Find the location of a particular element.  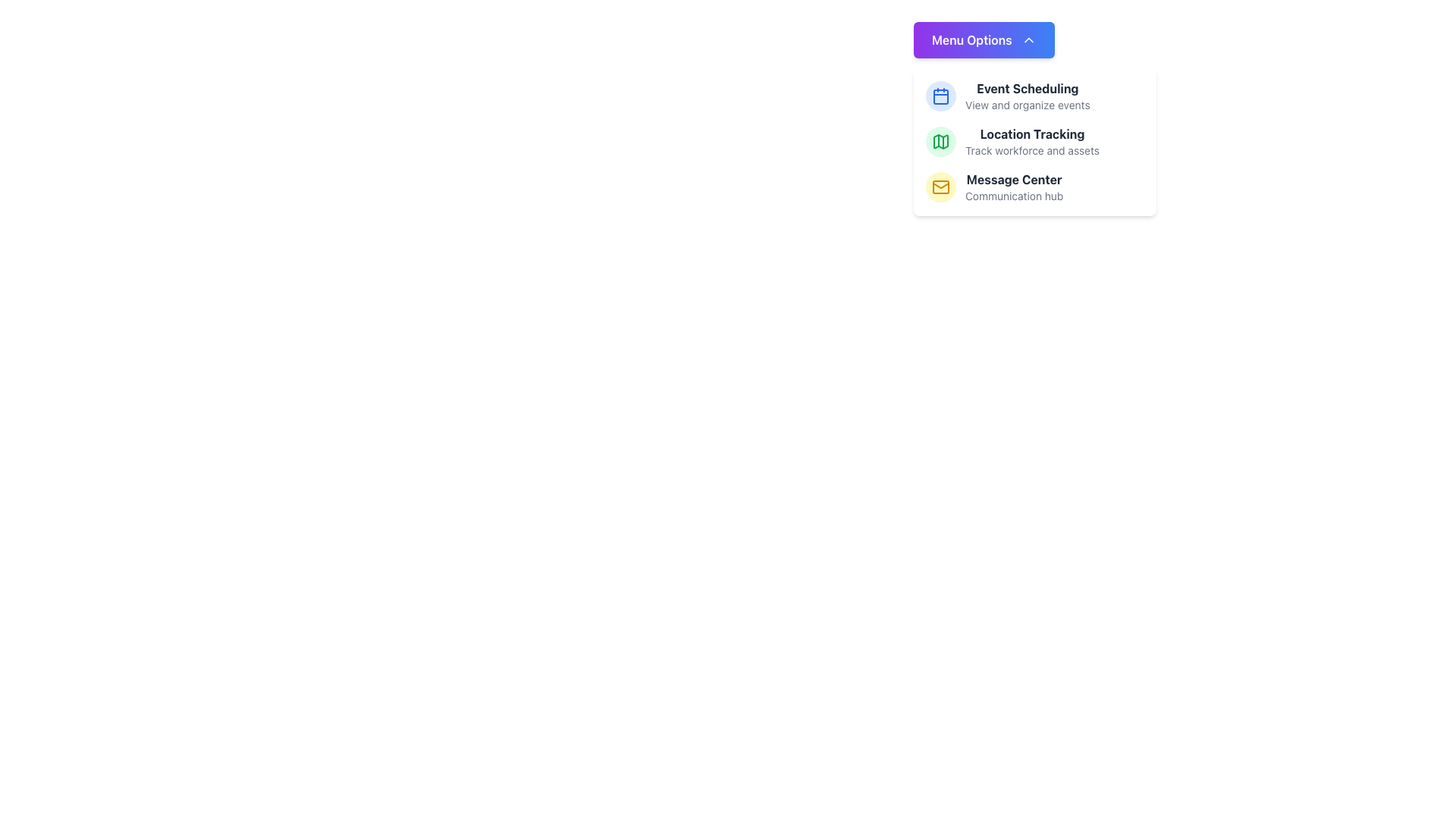

the icon located at the top-right of the 'Menu Options' button, which indicates the ability to minimize or close the dropdown menu is located at coordinates (1028, 39).